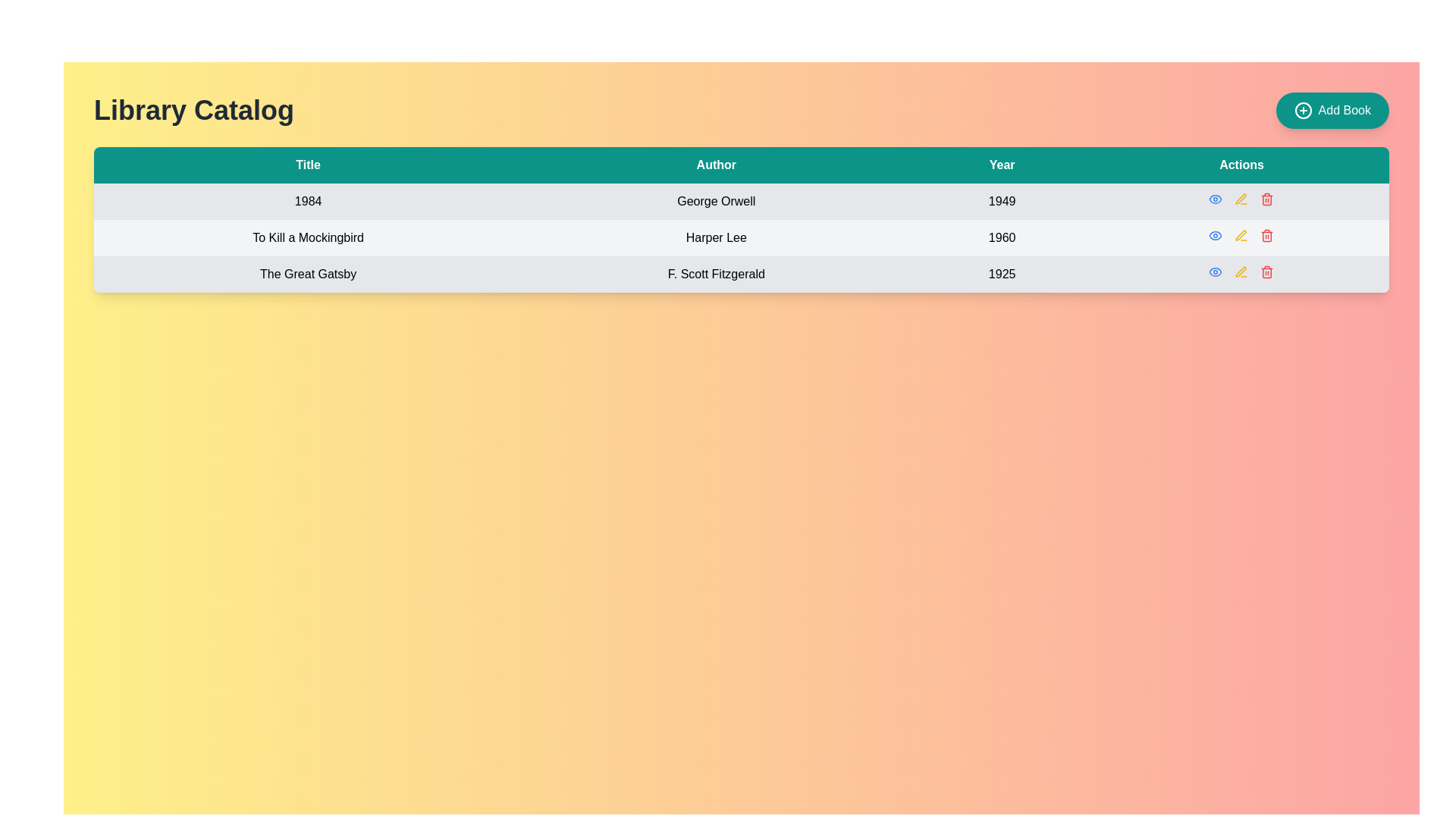  I want to click on the cell content of the first data row in the library catalog table, which includes the title, author, and publication year of a book, if it is interactive, so click(742, 201).